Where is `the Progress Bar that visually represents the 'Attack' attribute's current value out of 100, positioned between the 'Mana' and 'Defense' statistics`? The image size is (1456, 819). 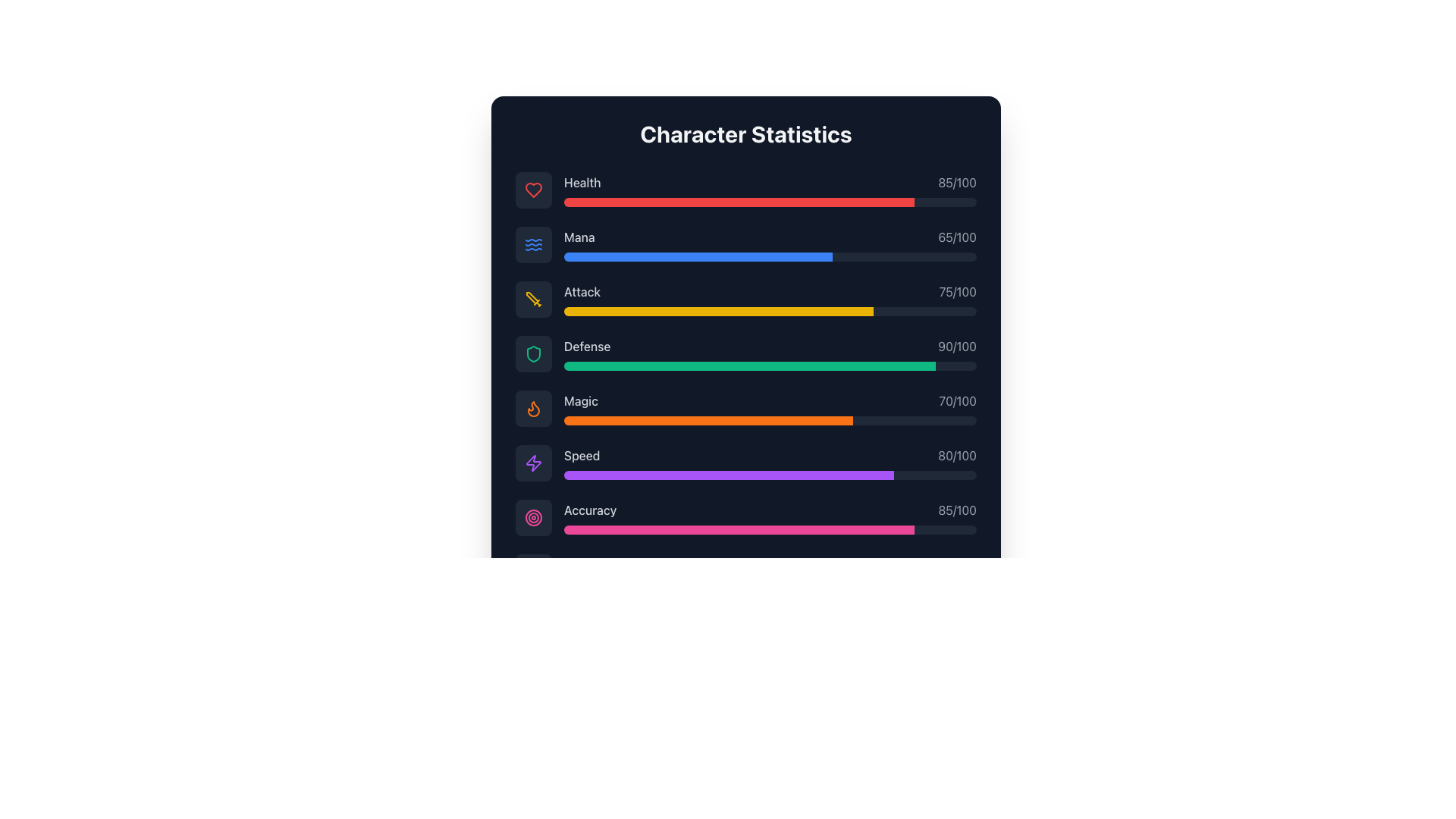
the Progress Bar that visually represents the 'Attack' attribute's current value out of 100, positioned between the 'Mana' and 'Defense' statistics is located at coordinates (770, 299).